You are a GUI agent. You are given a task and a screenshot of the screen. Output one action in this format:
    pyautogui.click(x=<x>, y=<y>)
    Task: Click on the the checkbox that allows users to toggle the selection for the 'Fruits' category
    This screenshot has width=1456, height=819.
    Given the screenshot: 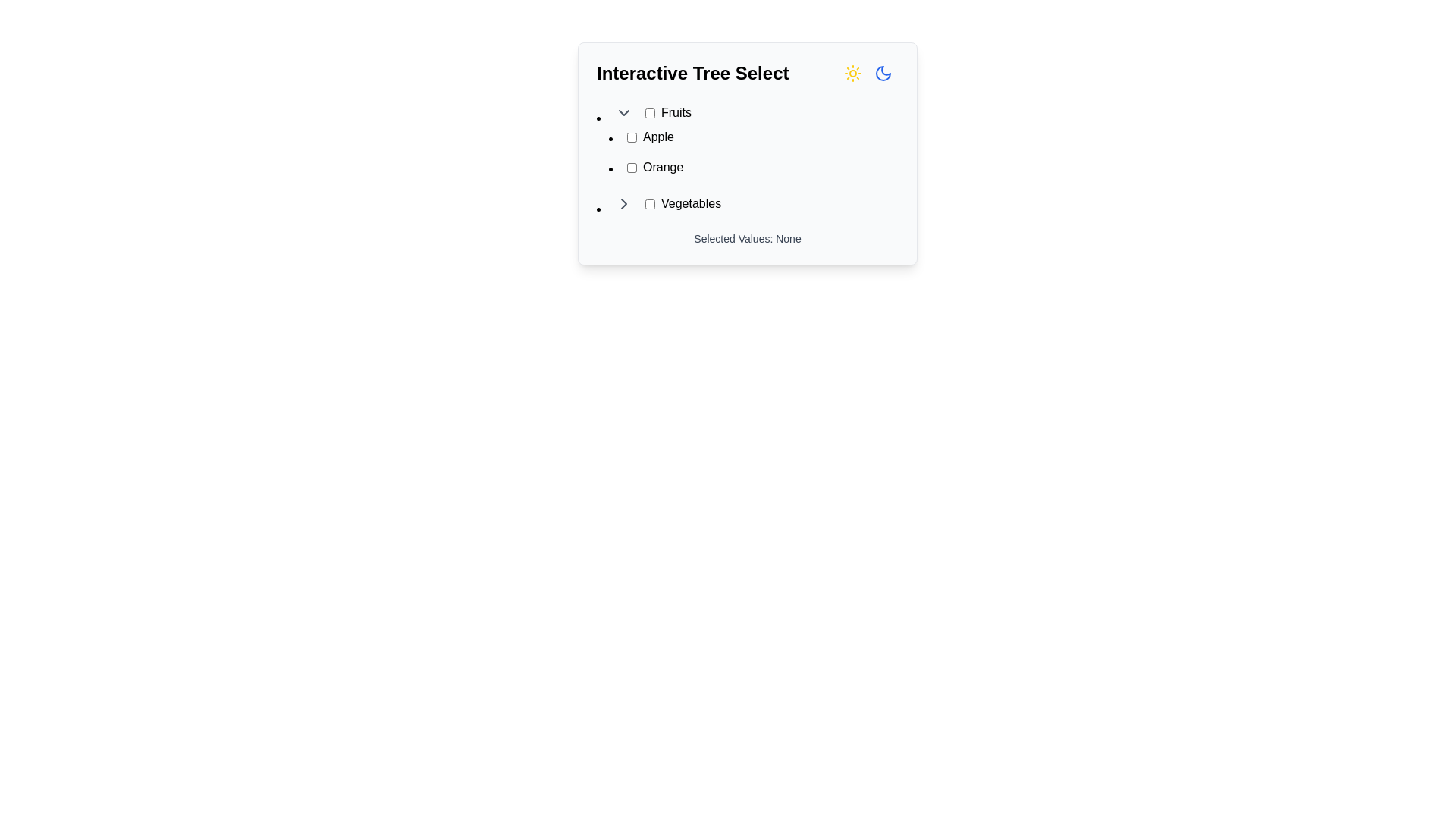 What is the action you would take?
    pyautogui.click(x=650, y=112)
    